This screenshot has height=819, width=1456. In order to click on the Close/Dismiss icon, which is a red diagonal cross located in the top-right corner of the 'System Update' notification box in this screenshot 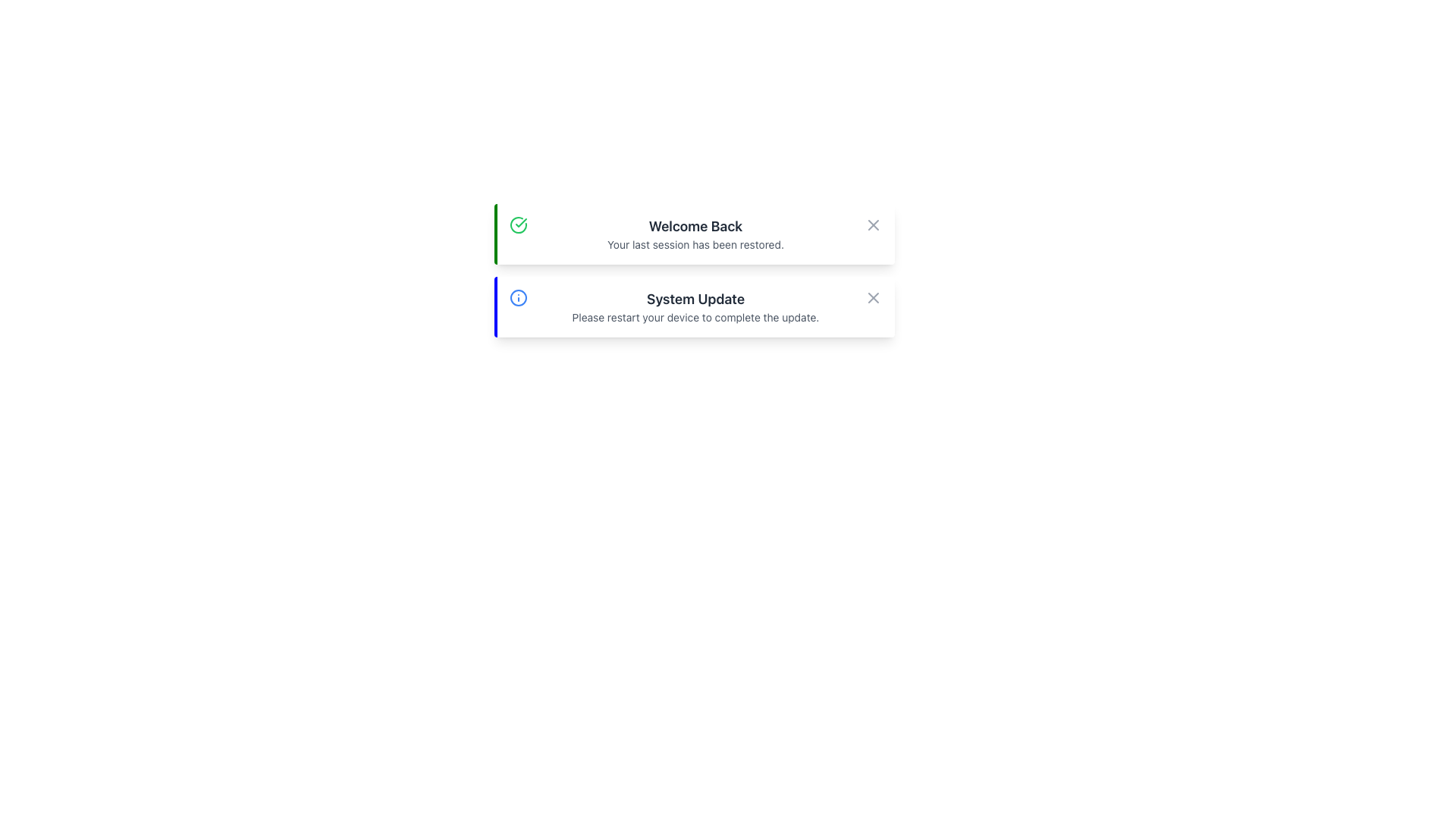, I will do `click(873, 298)`.